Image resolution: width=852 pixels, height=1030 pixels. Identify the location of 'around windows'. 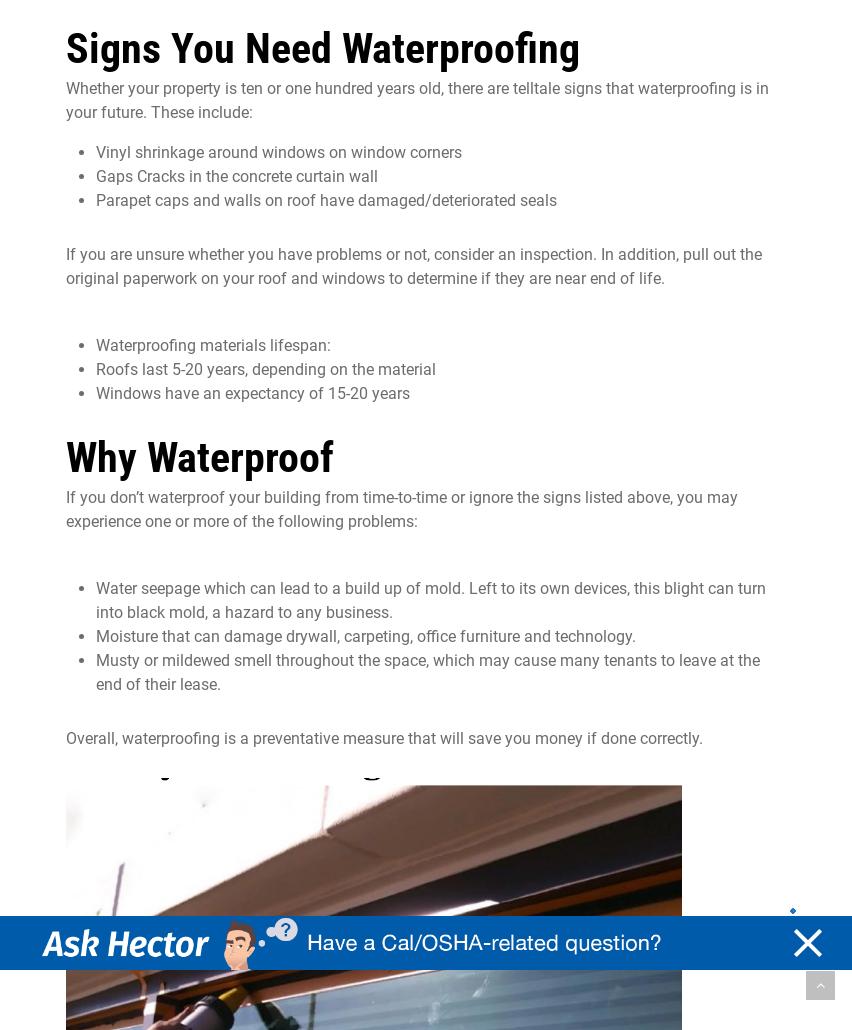
(266, 151).